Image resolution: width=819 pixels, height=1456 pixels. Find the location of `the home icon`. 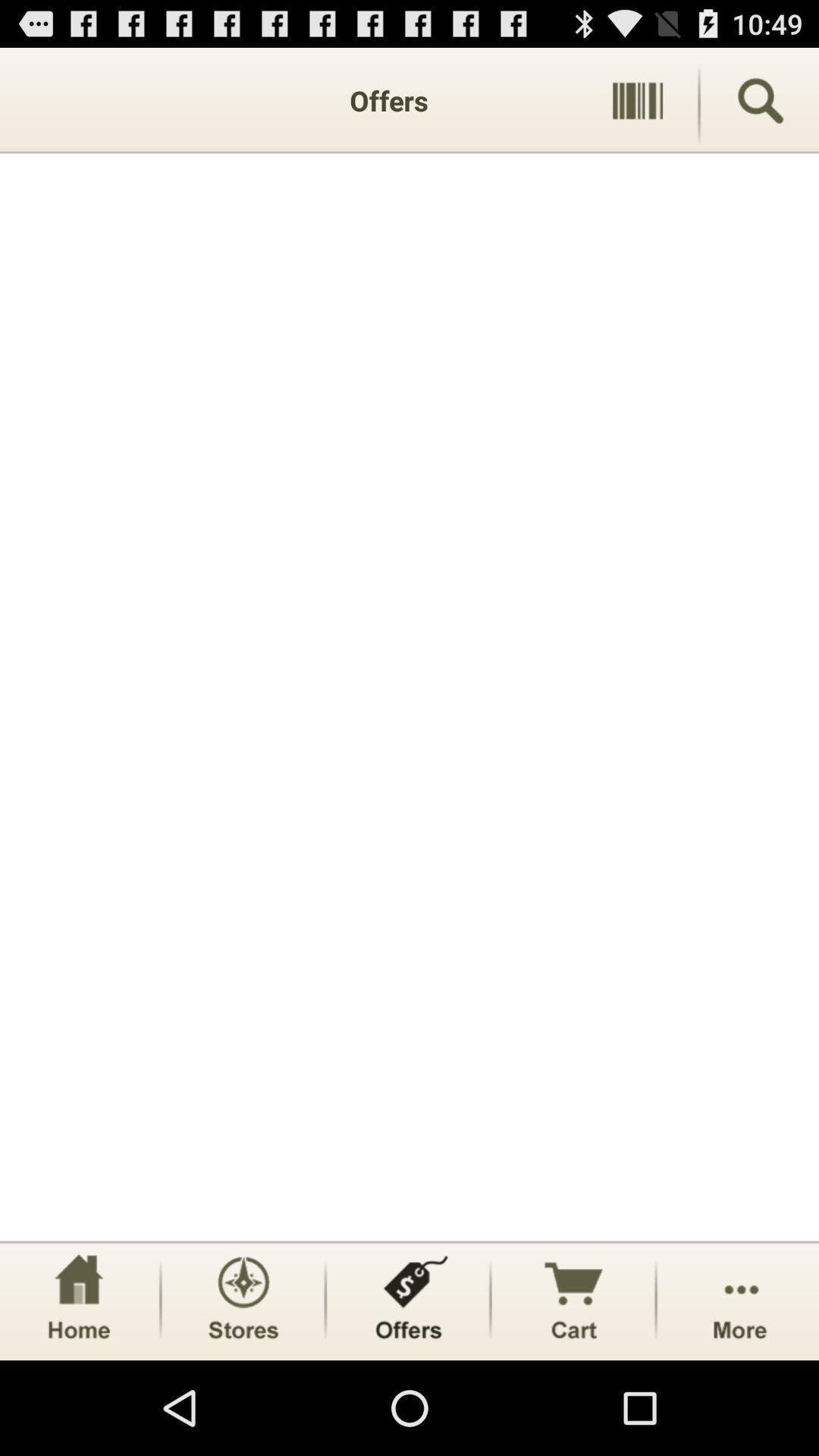

the home icon is located at coordinates (78, 1392).